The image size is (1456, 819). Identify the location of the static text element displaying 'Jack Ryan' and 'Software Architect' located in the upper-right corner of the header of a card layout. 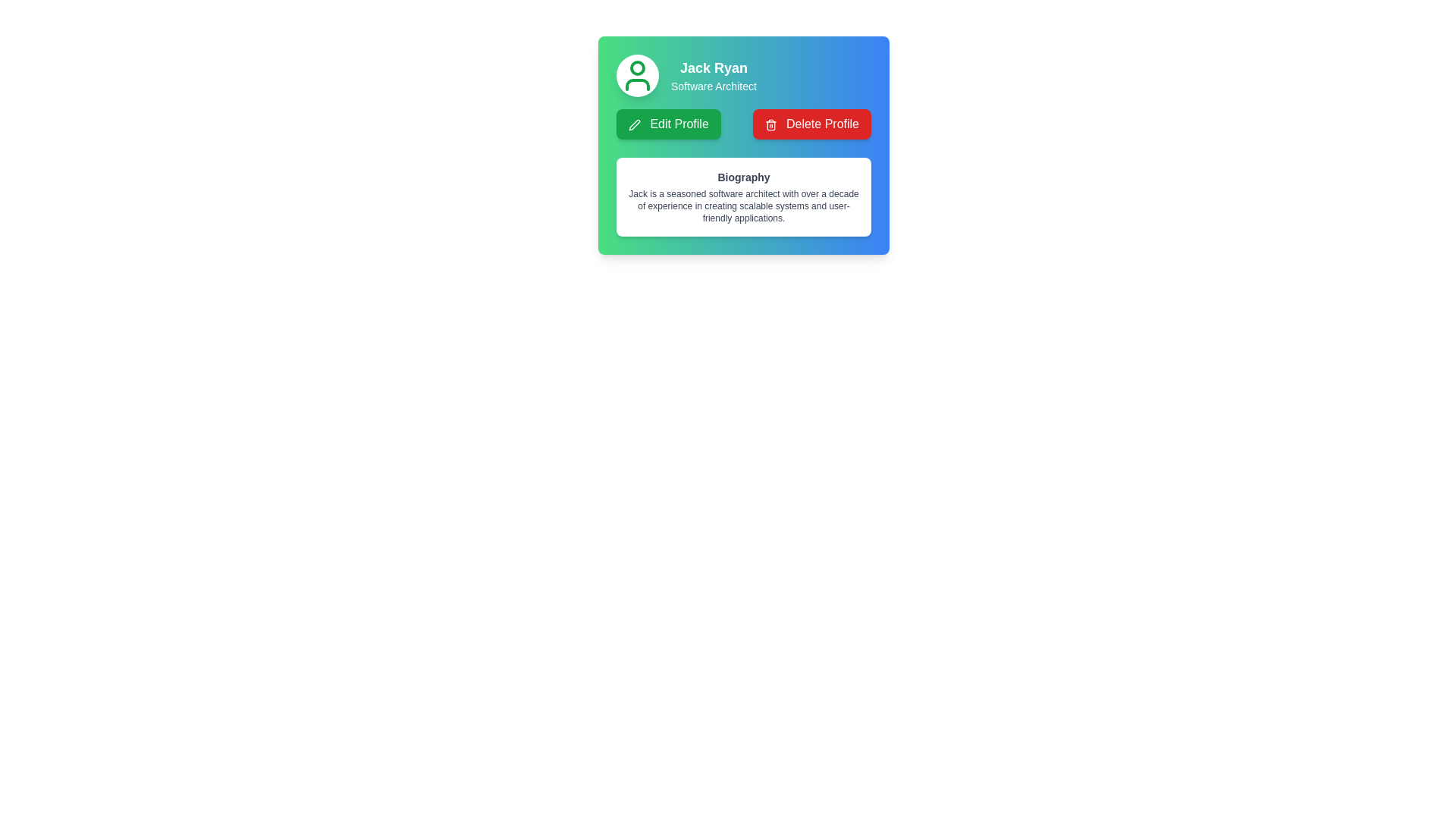
(713, 76).